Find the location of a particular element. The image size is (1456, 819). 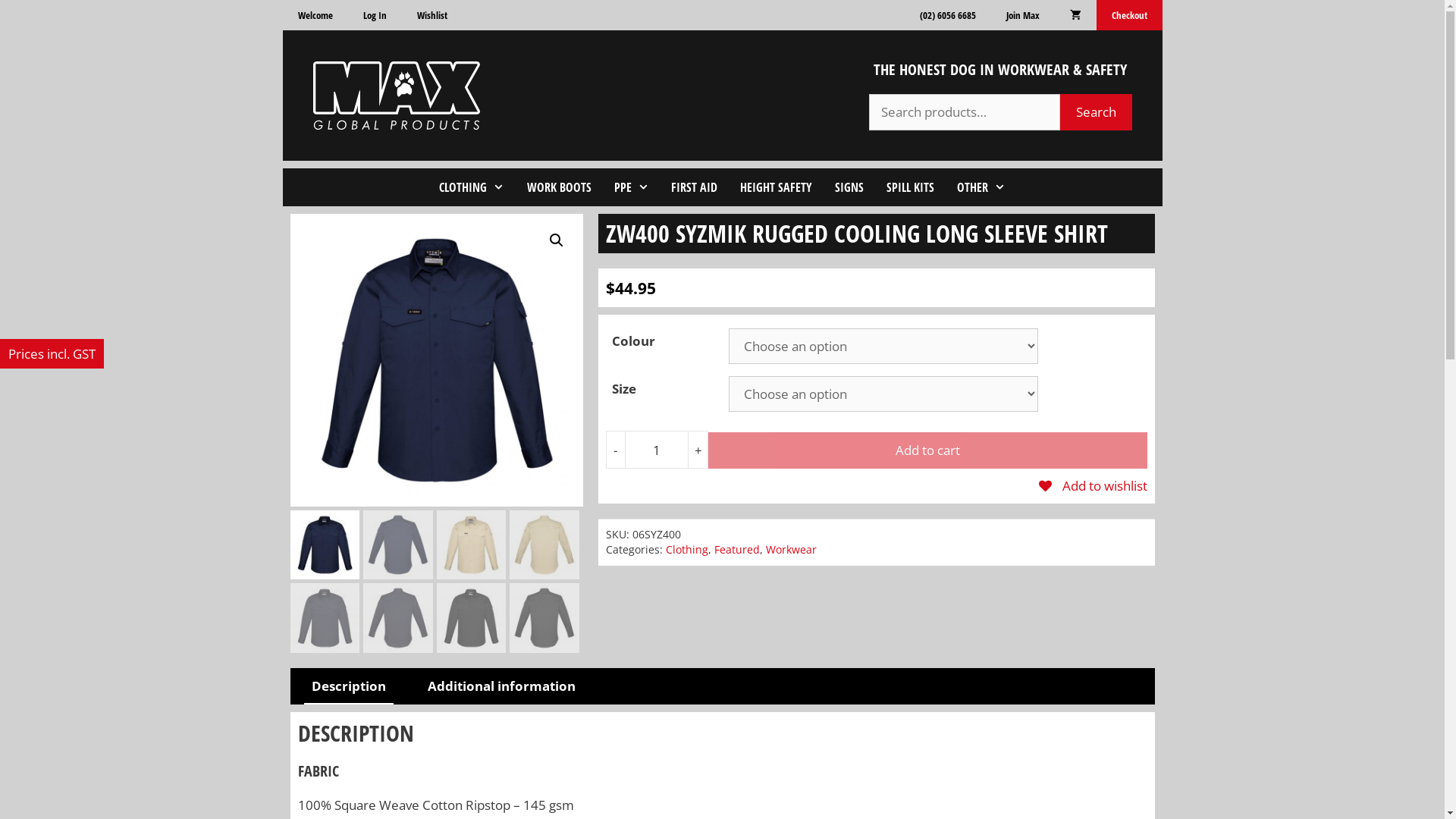

'Wishlist' is located at coordinates (431, 14).